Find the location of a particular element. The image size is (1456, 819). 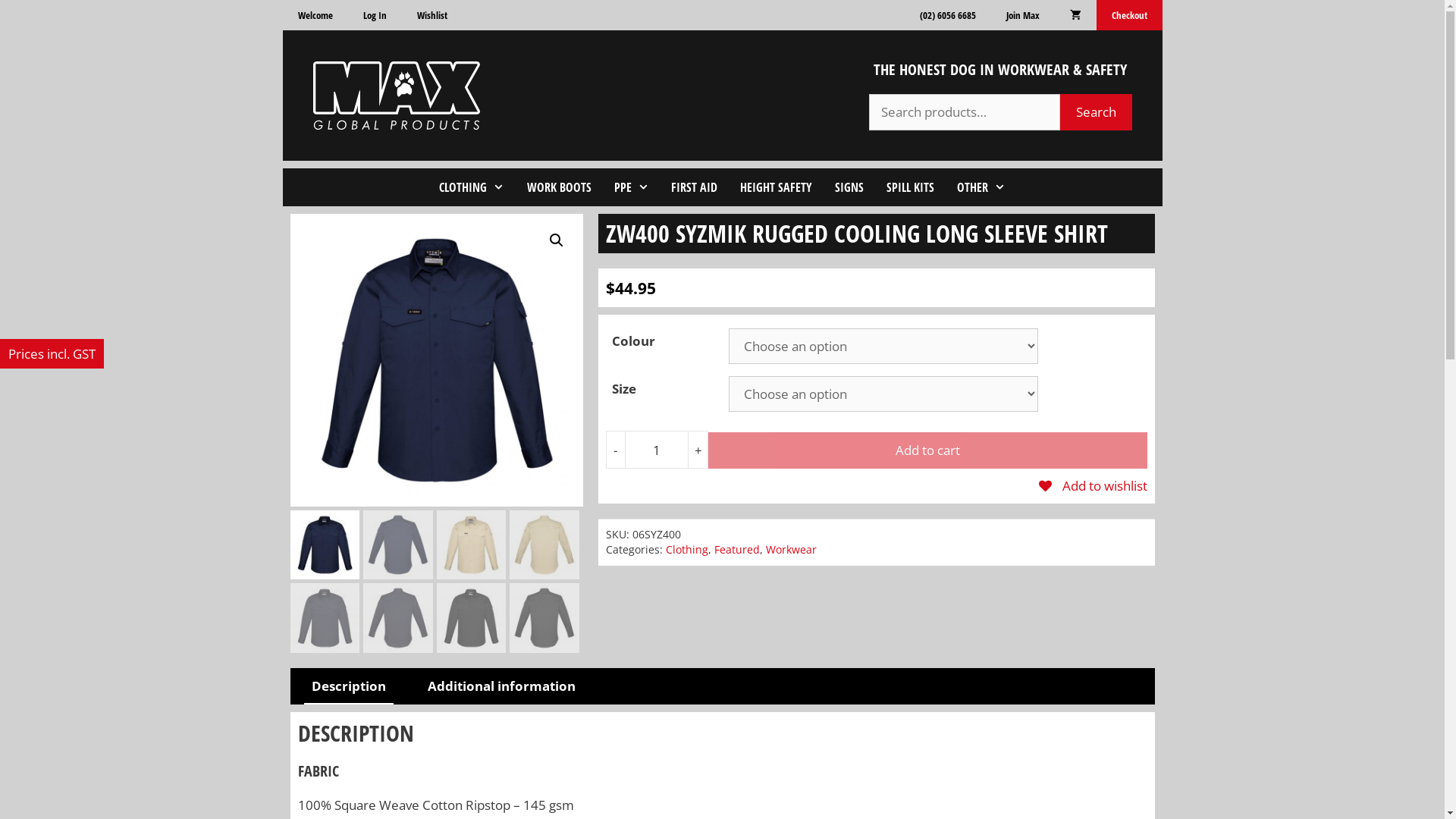

'Wishlist' is located at coordinates (431, 14).